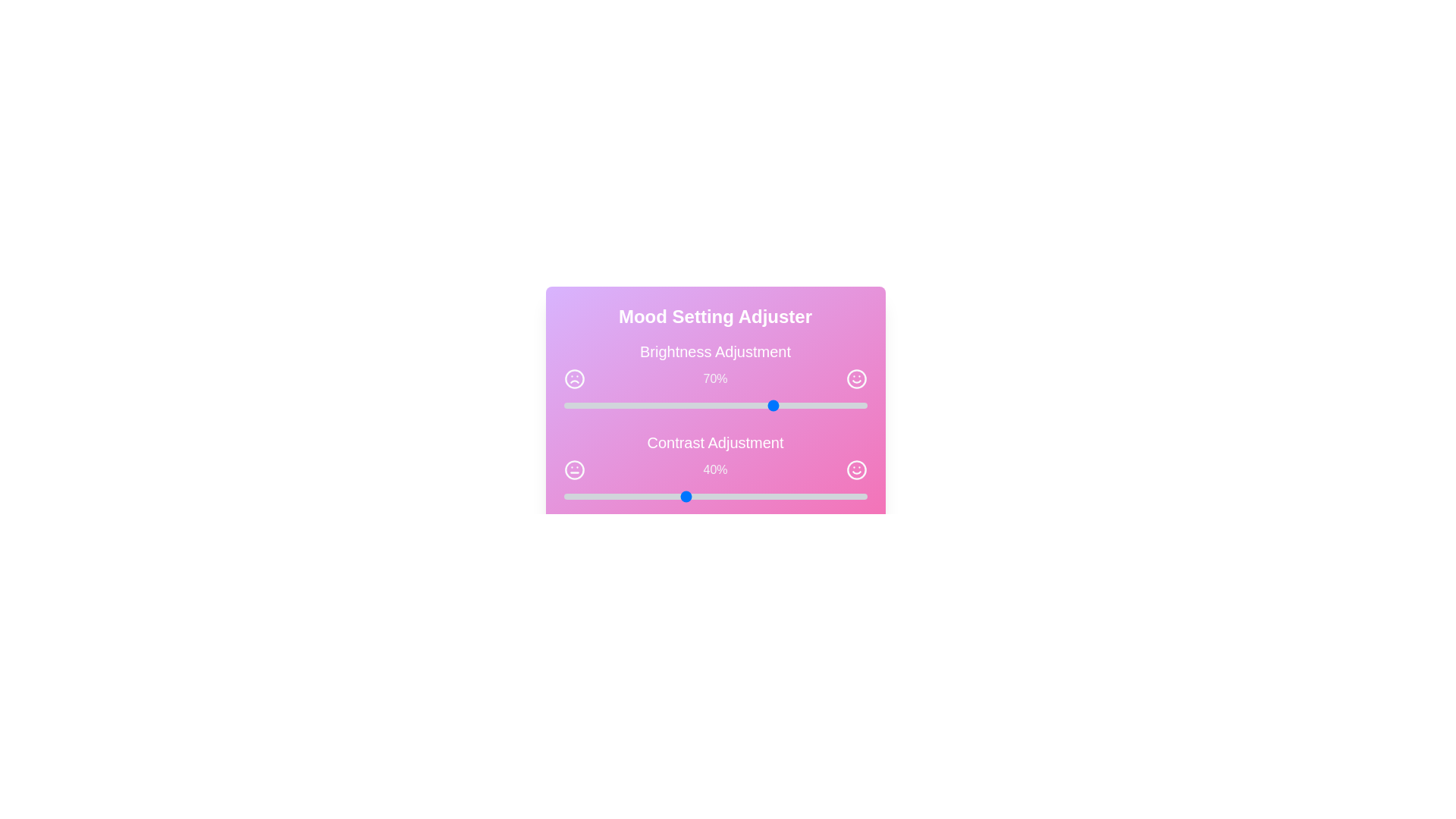 The image size is (1456, 819). I want to click on the frown icon adjacent to the brightness slider, so click(573, 378).